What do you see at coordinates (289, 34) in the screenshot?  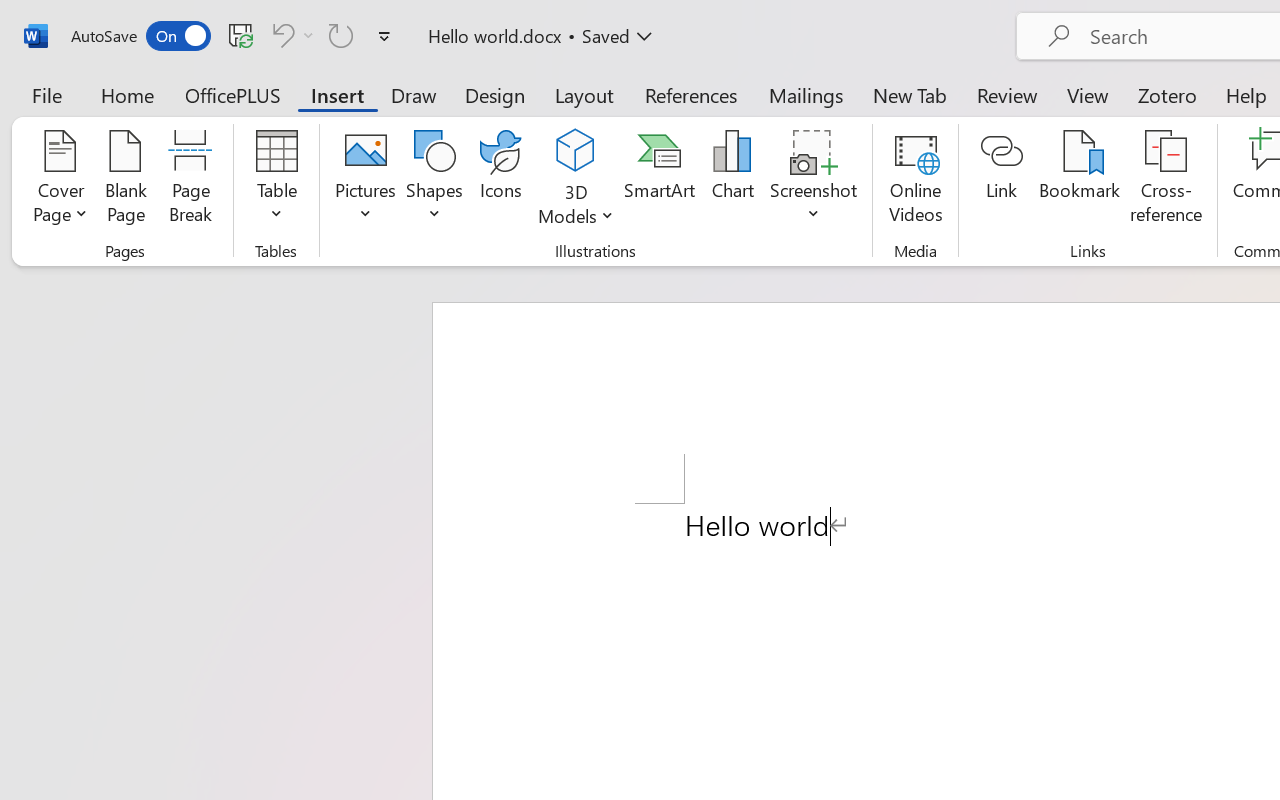 I see `'Can'` at bounding box center [289, 34].